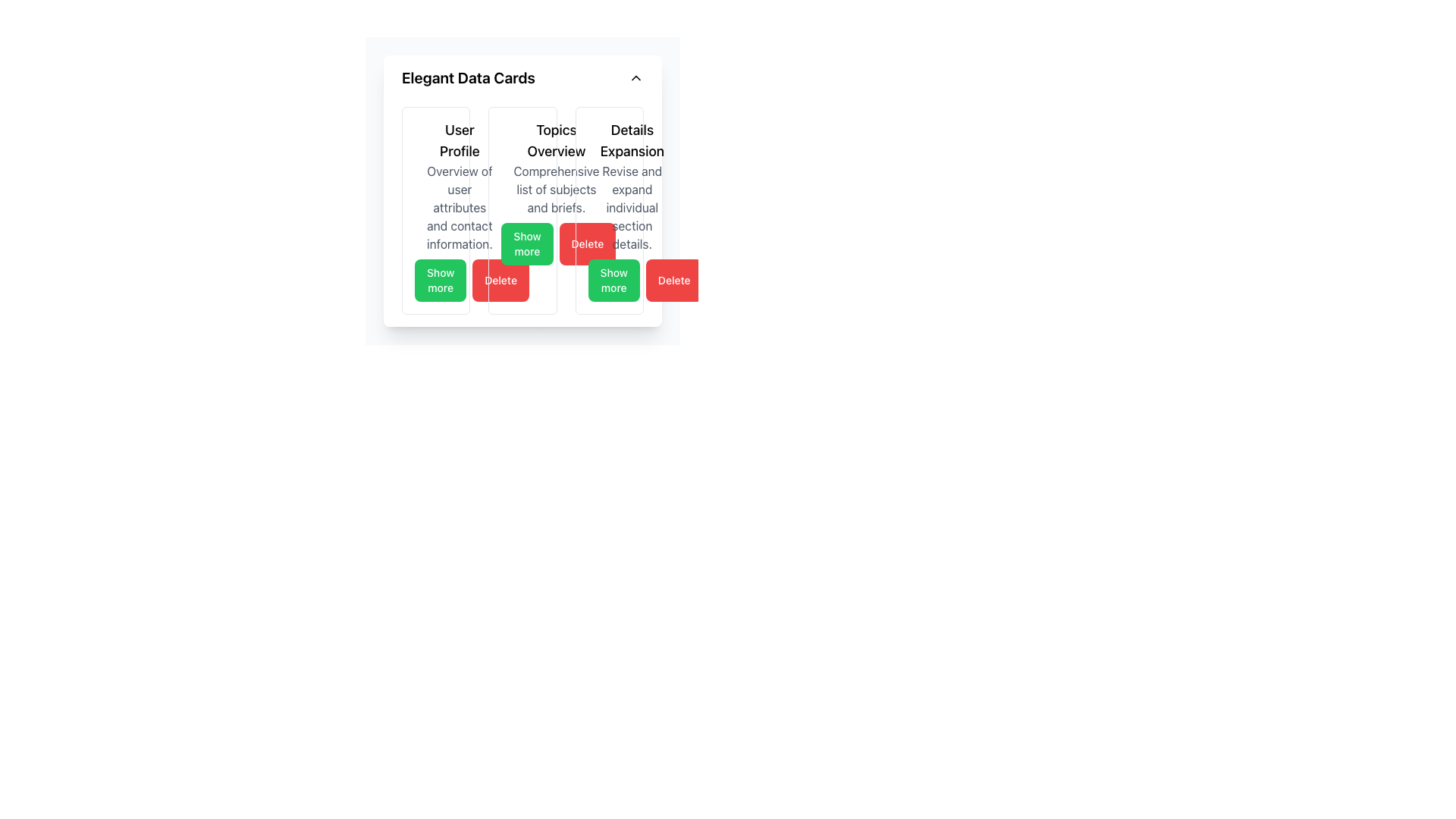 This screenshot has height=819, width=1456. I want to click on the Chevron Up icon located in the top-right corner of the 'Elegant Data Cards' panel, so click(636, 78).